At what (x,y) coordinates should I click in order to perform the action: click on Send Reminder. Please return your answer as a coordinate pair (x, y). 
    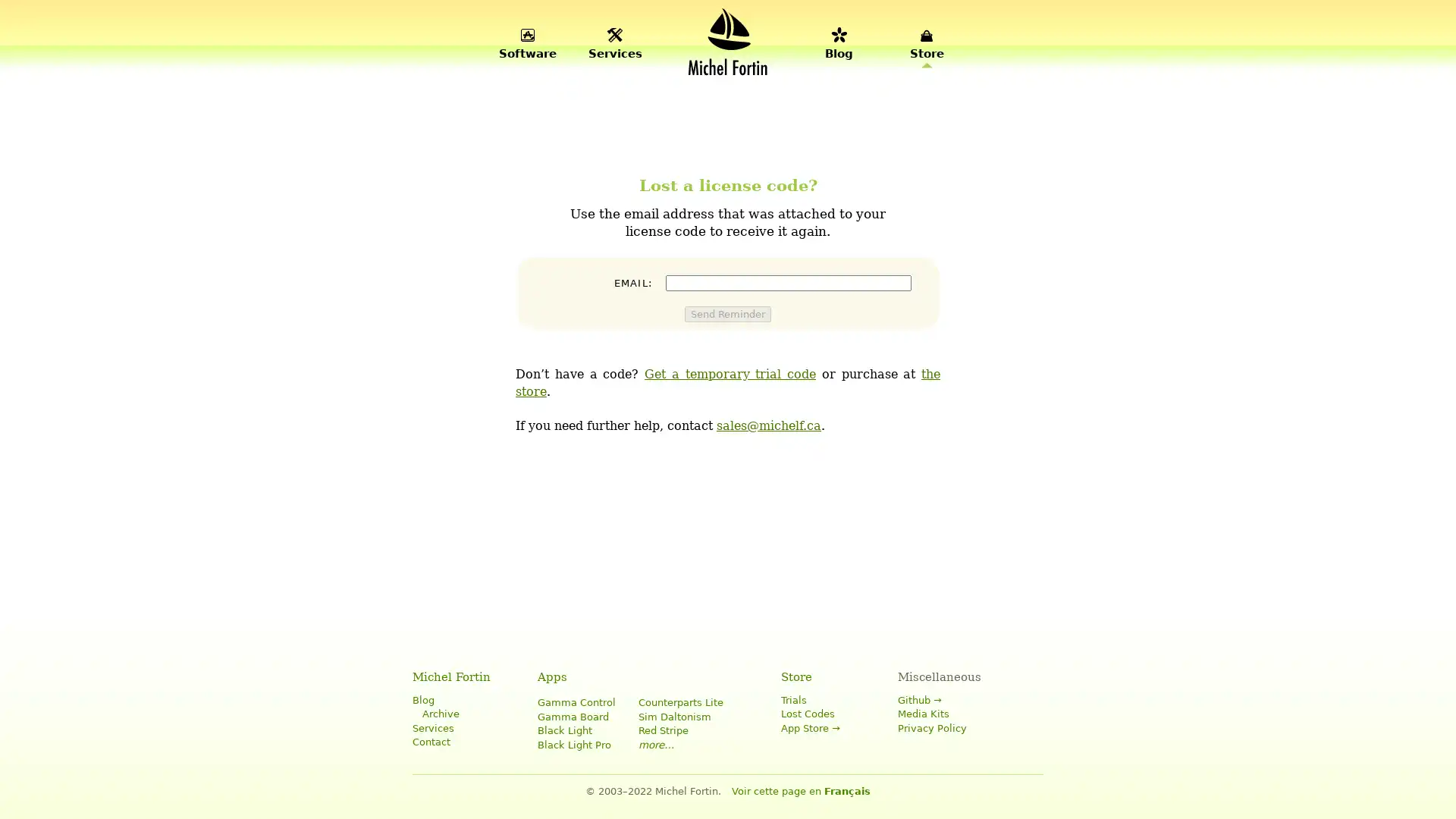
    Looking at the image, I should click on (728, 312).